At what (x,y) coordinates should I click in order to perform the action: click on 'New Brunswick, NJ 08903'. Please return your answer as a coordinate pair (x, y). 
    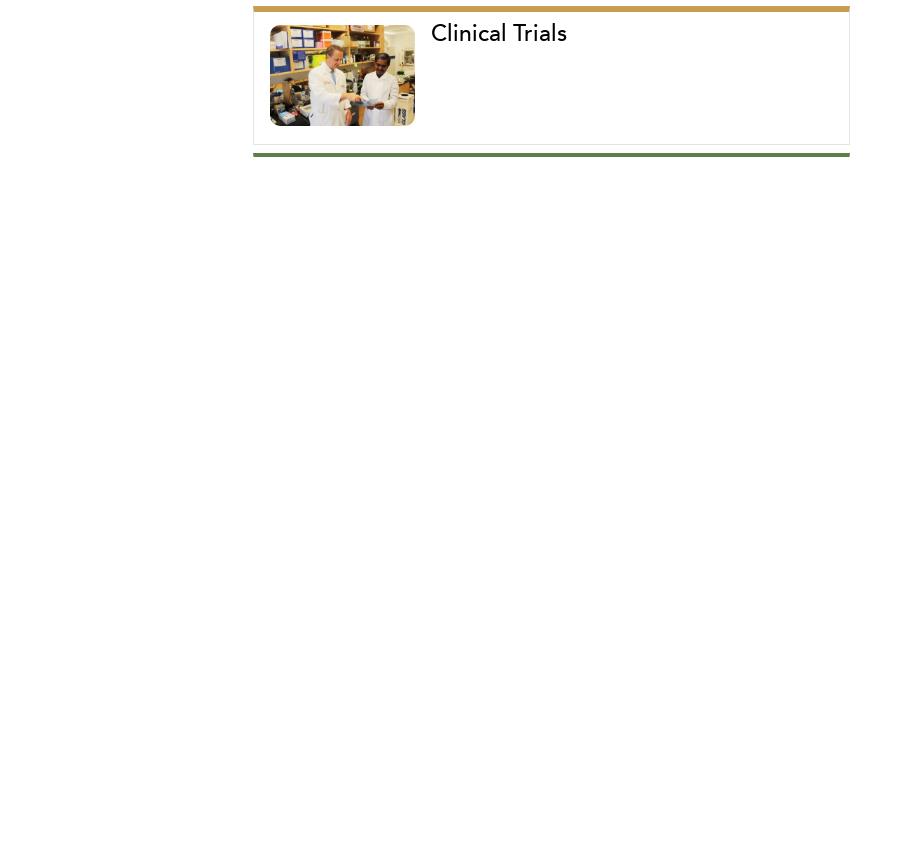
    Looking at the image, I should click on (308, 250).